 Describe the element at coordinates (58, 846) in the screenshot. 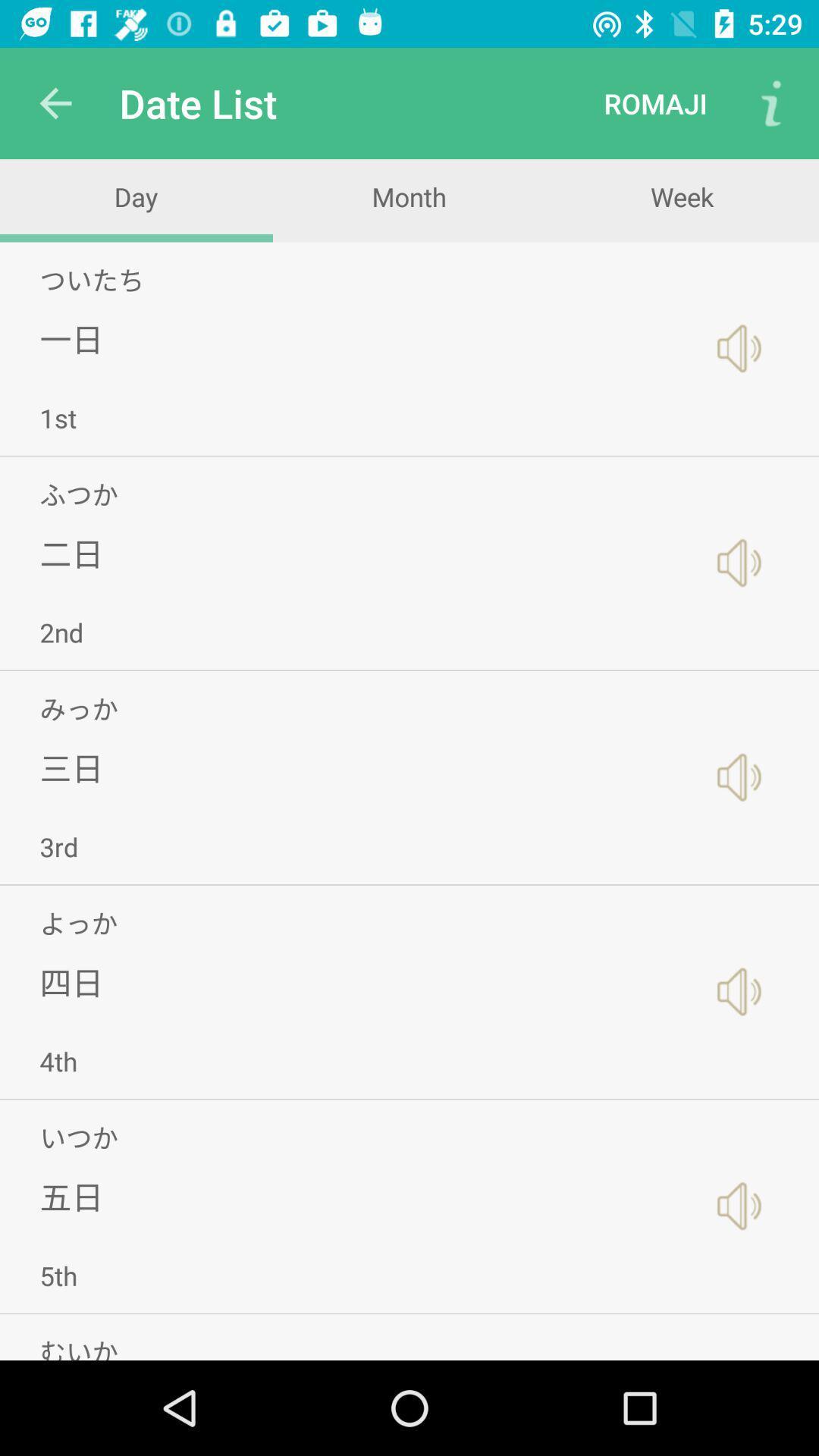

I see `3rd` at that location.